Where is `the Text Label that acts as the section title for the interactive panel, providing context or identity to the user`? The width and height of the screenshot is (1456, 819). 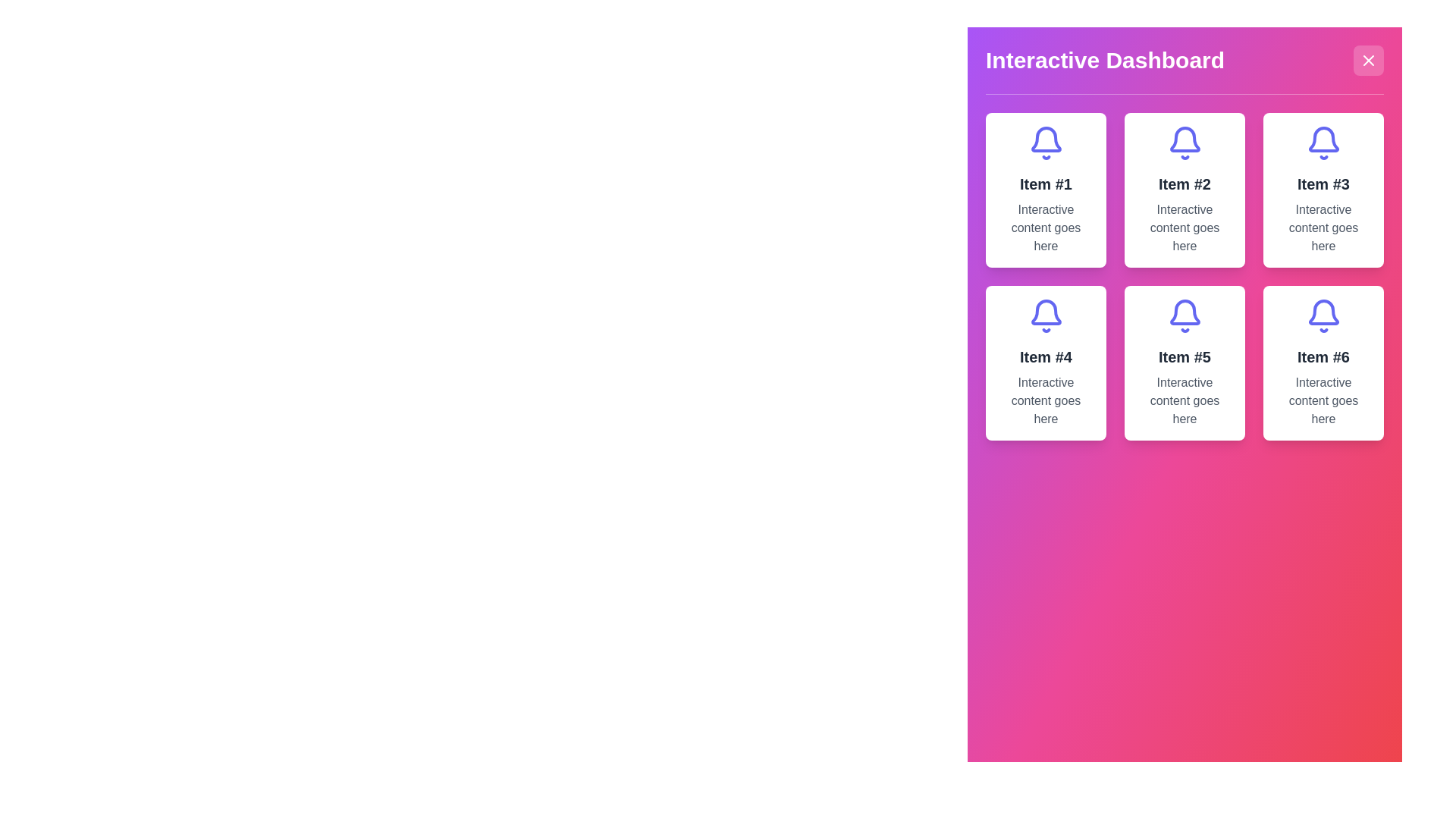 the Text Label that acts as the section title for the interactive panel, providing context or identity to the user is located at coordinates (1105, 60).